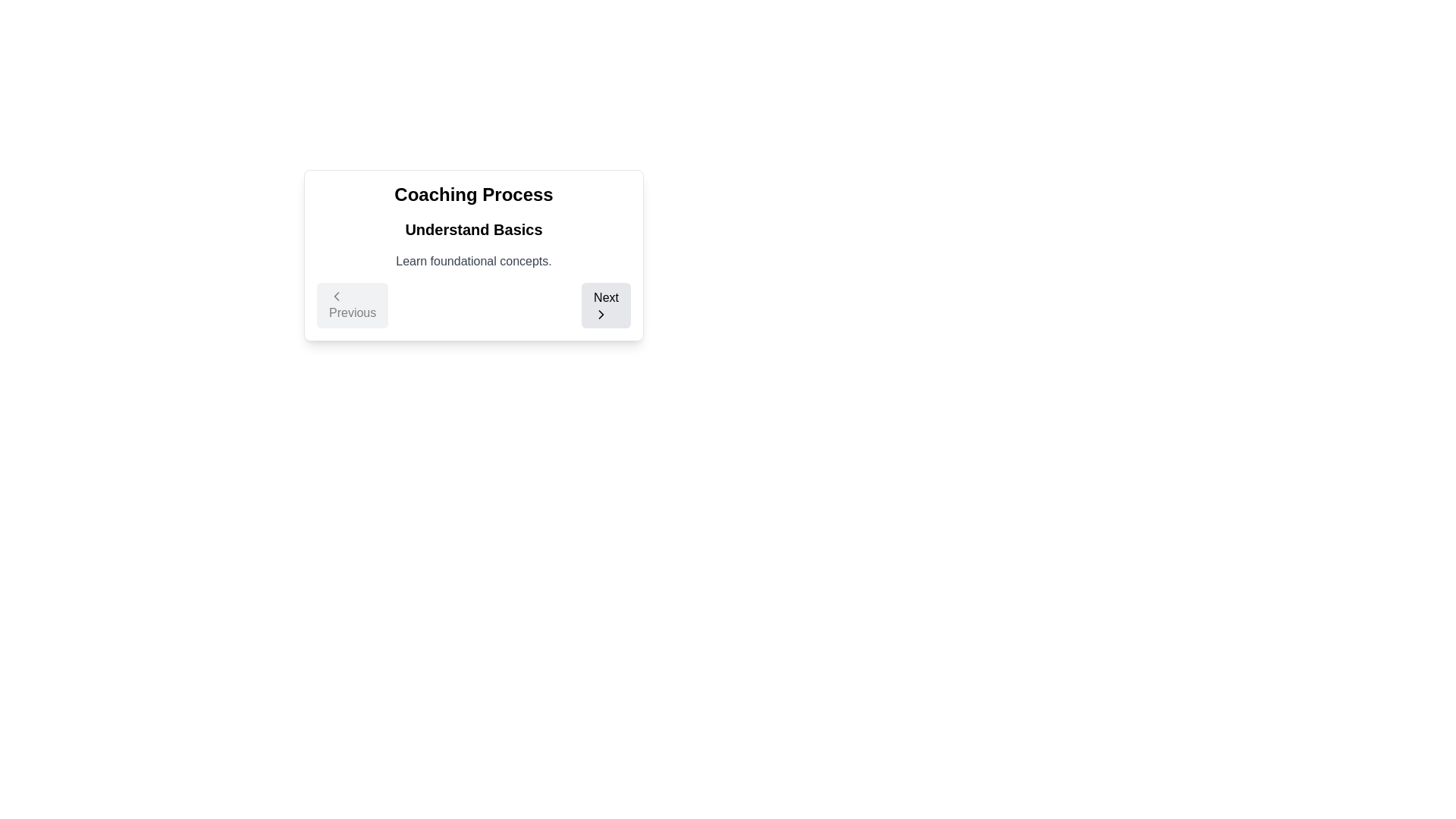 The width and height of the screenshot is (1456, 819). Describe the element at coordinates (352, 305) in the screenshot. I see `the 'Previous' button, which is gray with rounded corners and has a left-pointing chevron icon` at that location.